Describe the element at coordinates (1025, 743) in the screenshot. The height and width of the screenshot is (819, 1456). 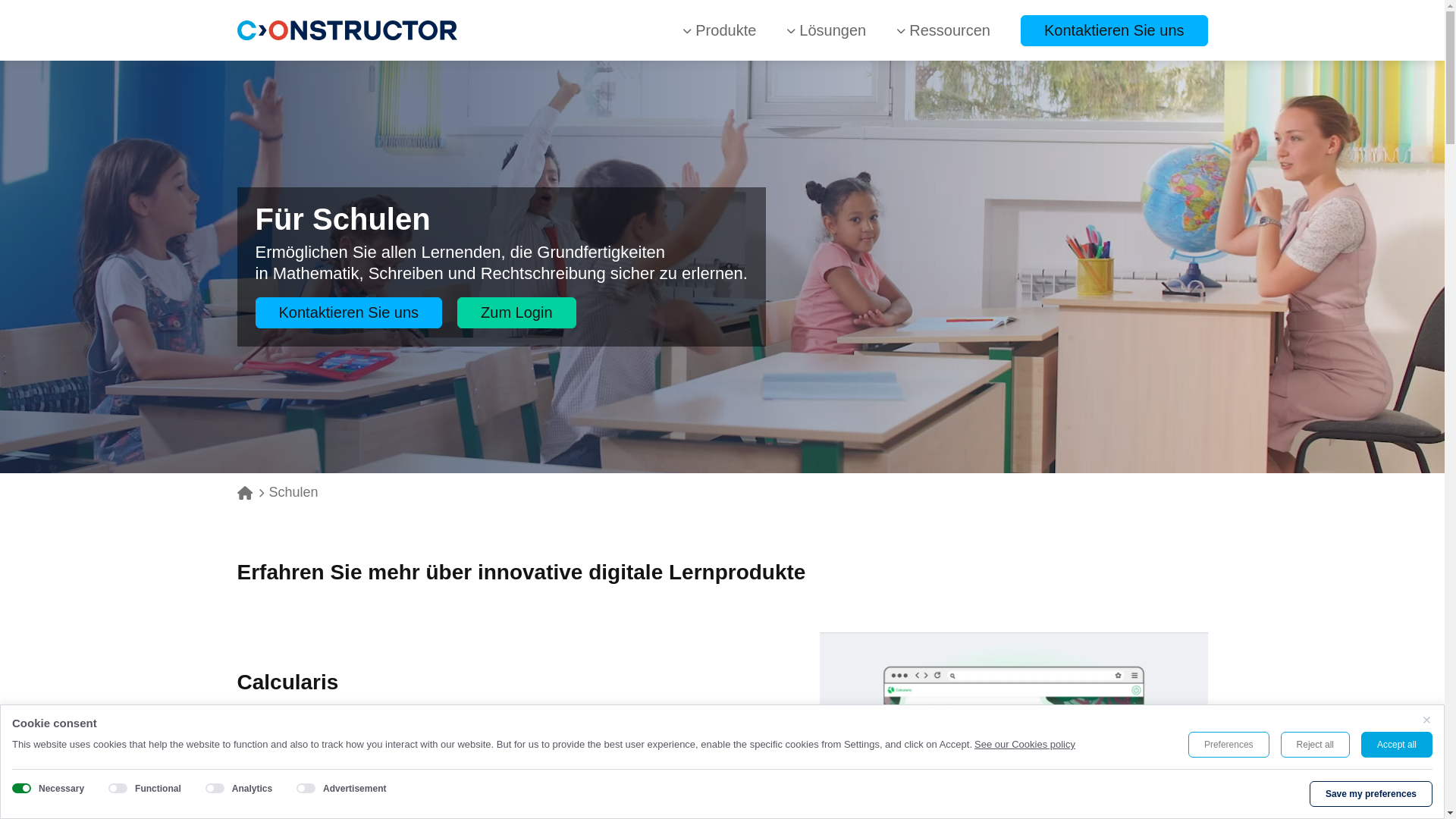
I see `'See our Cookies policy'` at that location.